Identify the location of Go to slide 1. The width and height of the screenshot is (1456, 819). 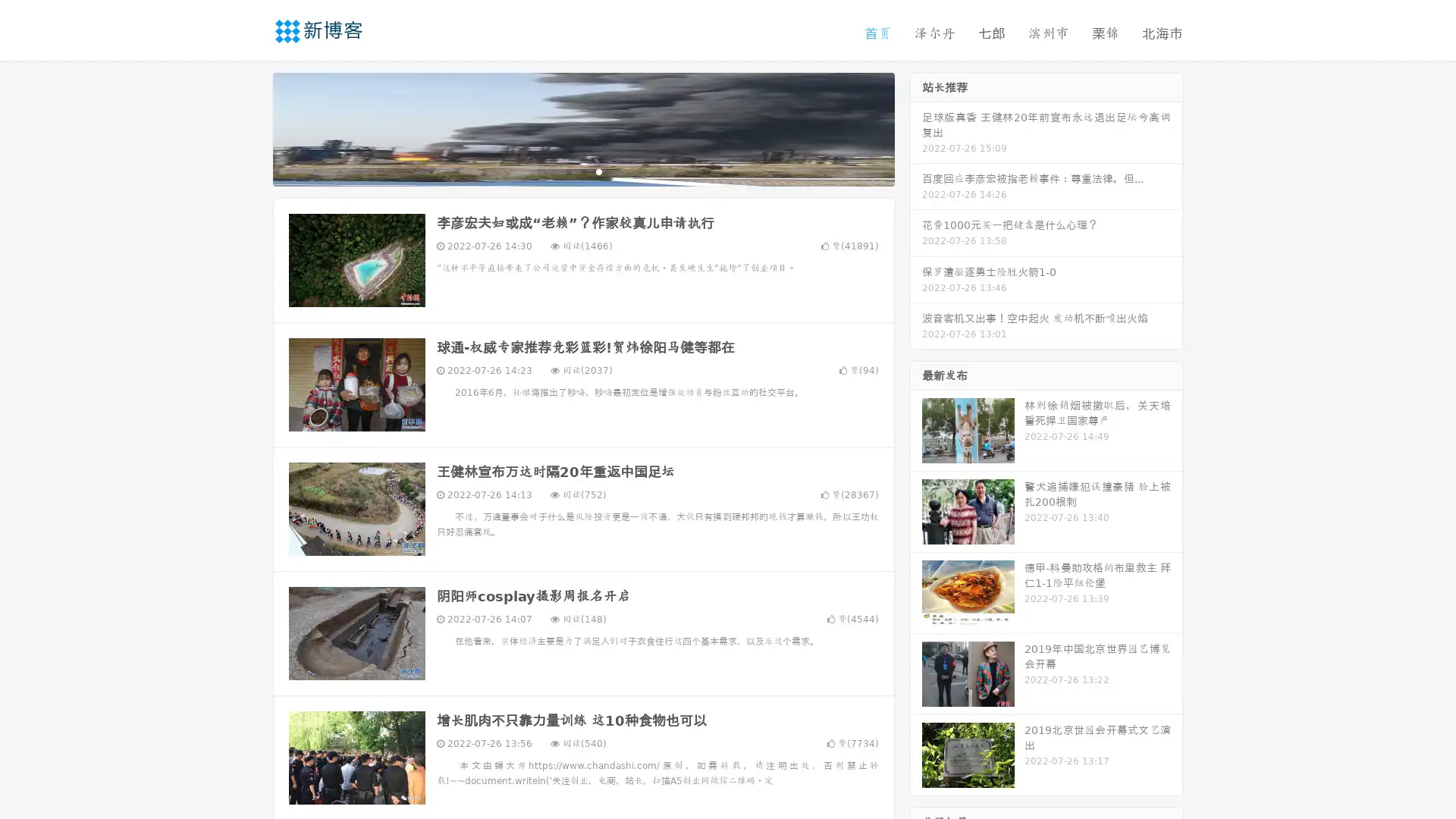
(567, 171).